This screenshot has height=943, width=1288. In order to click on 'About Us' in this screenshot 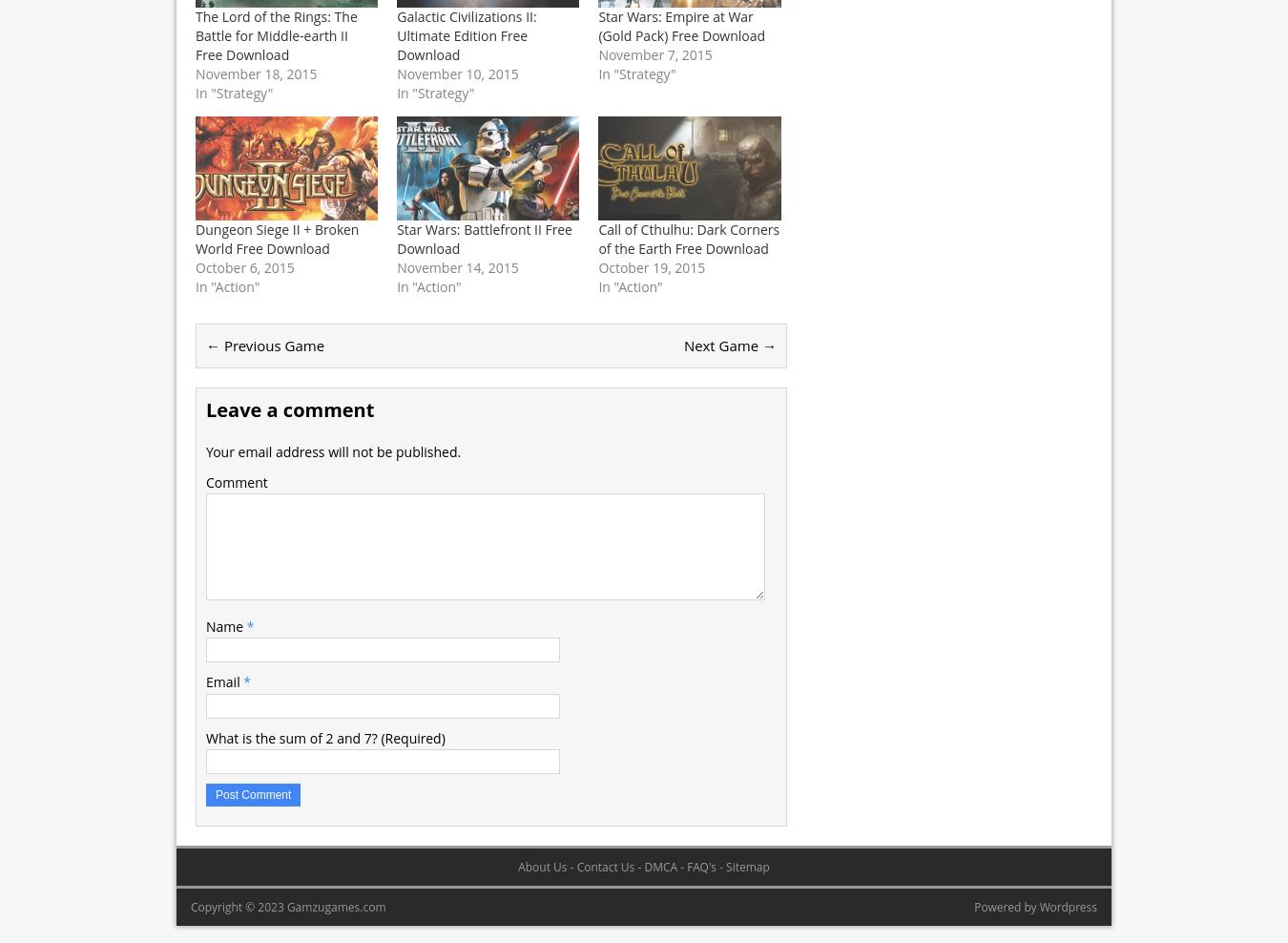, I will do `click(542, 865)`.